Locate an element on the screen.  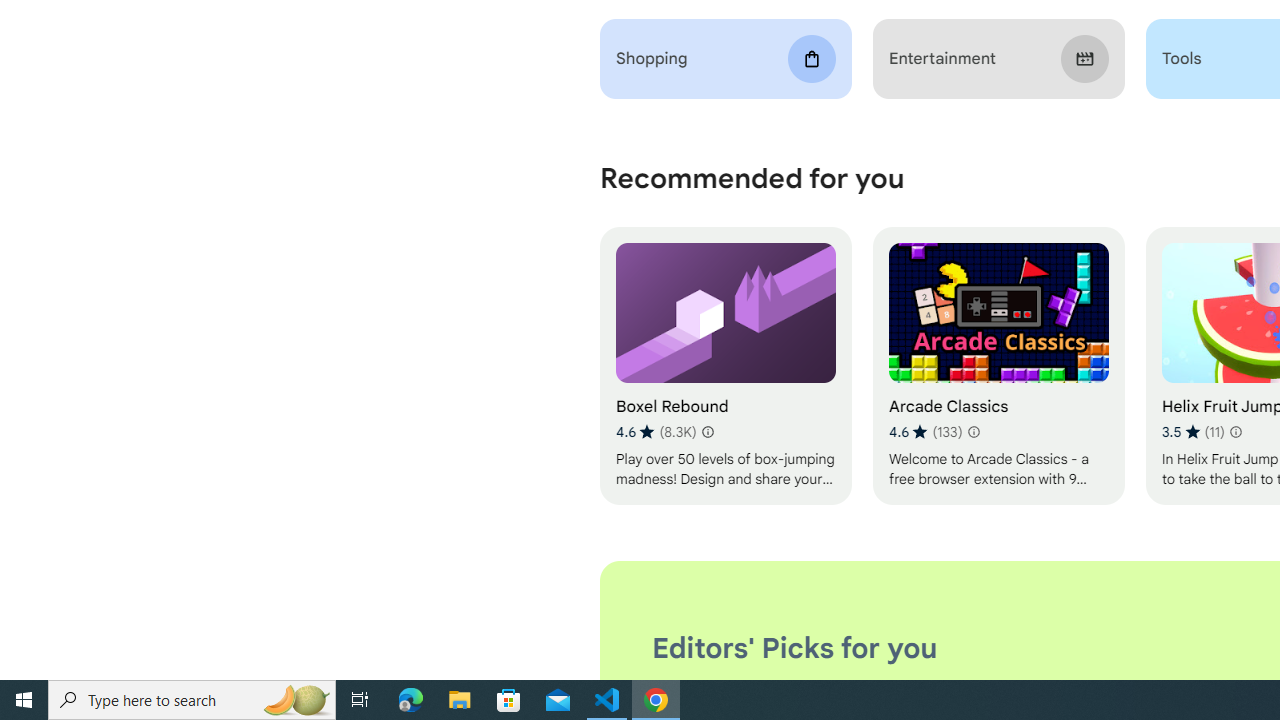
'Average rating 3.5 out of 5 stars. 11 ratings.' is located at coordinates (1192, 431).